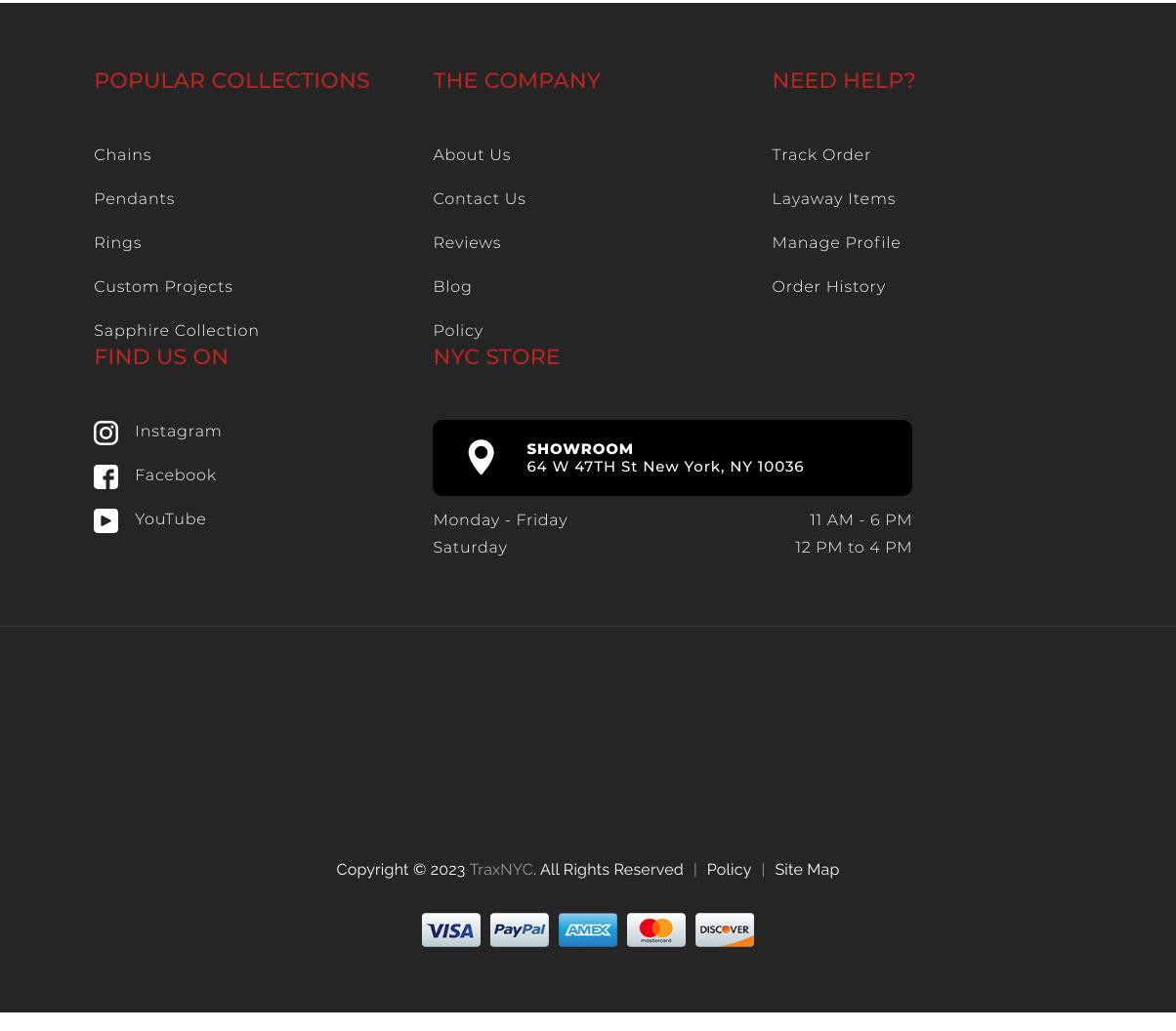 Image resolution: width=1176 pixels, height=1031 pixels. What do you see at coordinates (495, 355) in the screenshot?
I see `'NYC Store'` at bounding box center [495, 355].